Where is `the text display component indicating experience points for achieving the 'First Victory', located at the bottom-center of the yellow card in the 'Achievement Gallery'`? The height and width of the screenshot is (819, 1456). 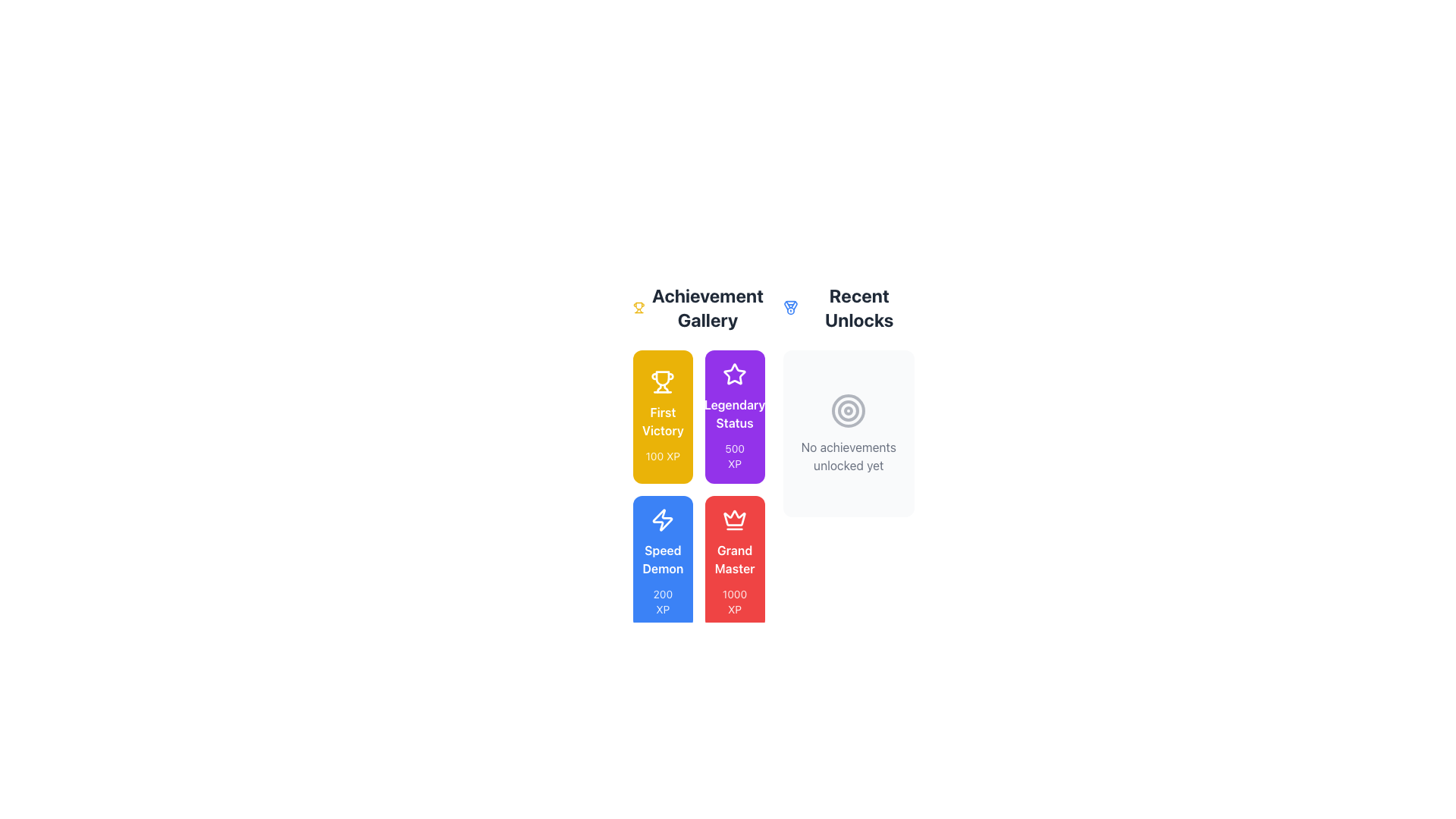
the text display component indicating experience points for achieving the 'First Victory', located at the bottom-center of the yellow card in the 'Achievement Gallery' is located at coordinates (663, 455).